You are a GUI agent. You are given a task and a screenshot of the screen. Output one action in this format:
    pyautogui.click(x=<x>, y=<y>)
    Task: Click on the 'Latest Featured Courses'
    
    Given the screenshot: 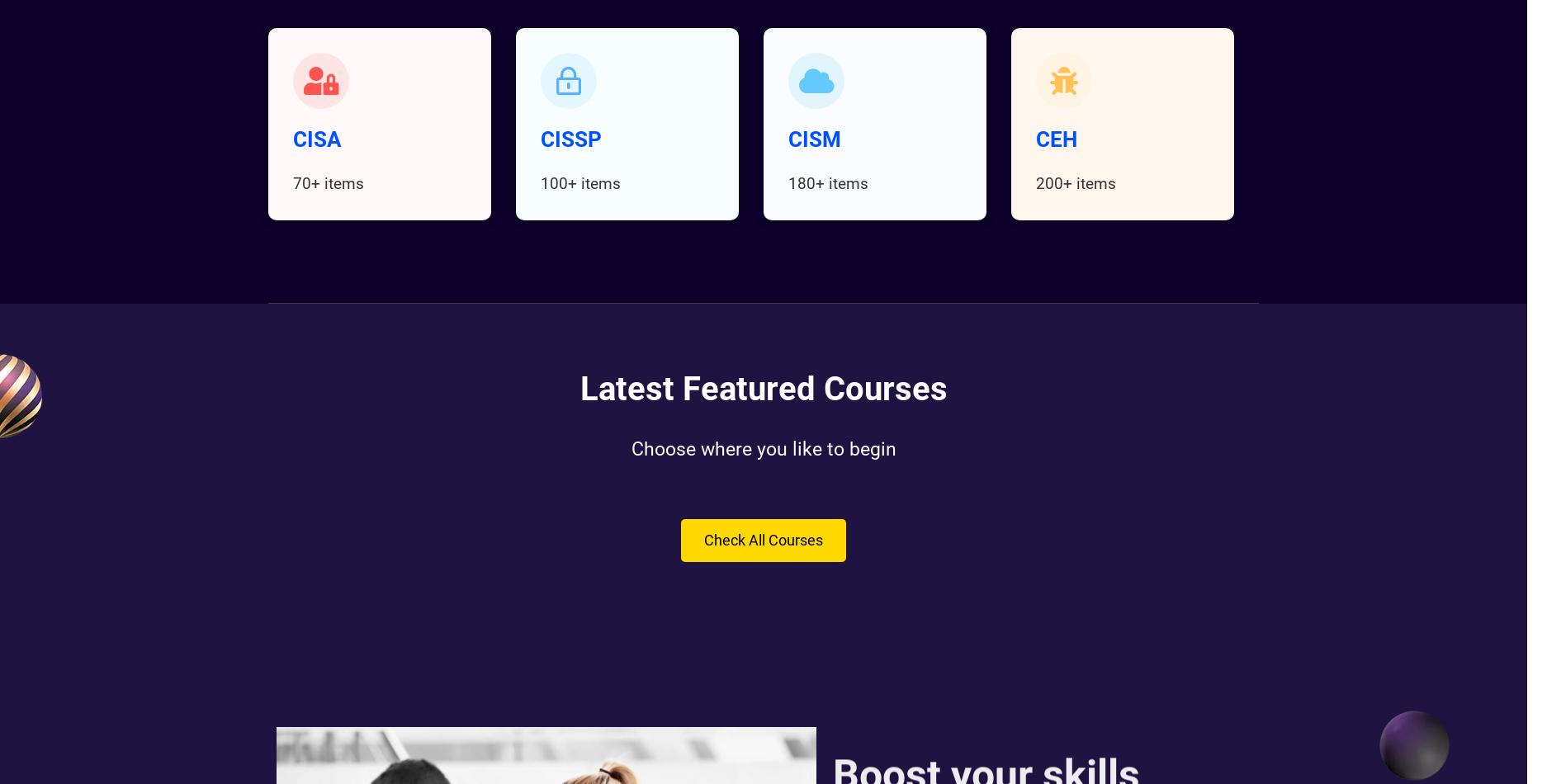 What is the action you would take?
    pyautogui.click(x=763, y=388)
    